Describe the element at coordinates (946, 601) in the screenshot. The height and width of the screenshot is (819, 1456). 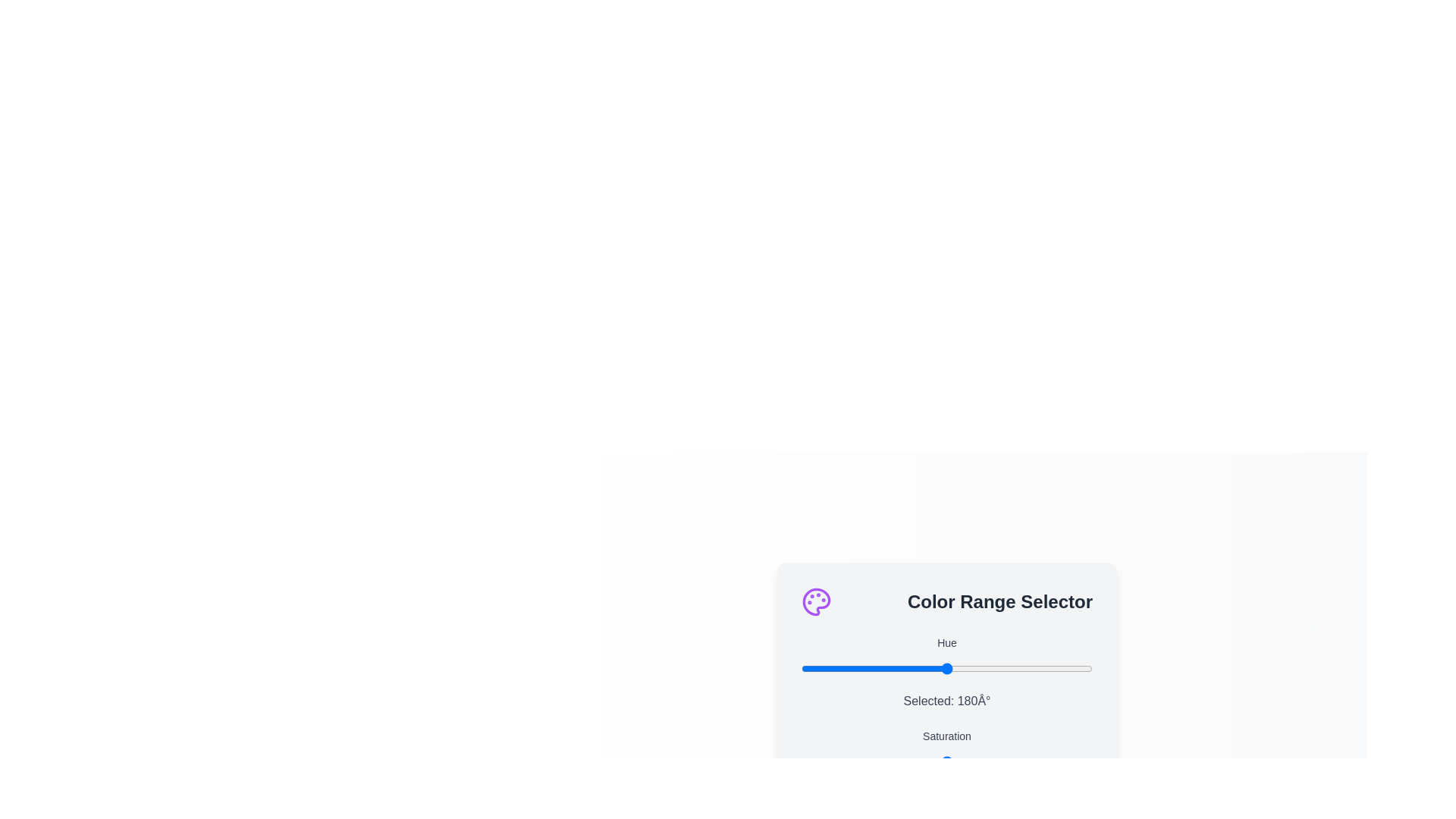
I see `the header label with an accompanying icon for the color selection panel, which is positioned at the top left of the panel and may enable navigation` at that location.